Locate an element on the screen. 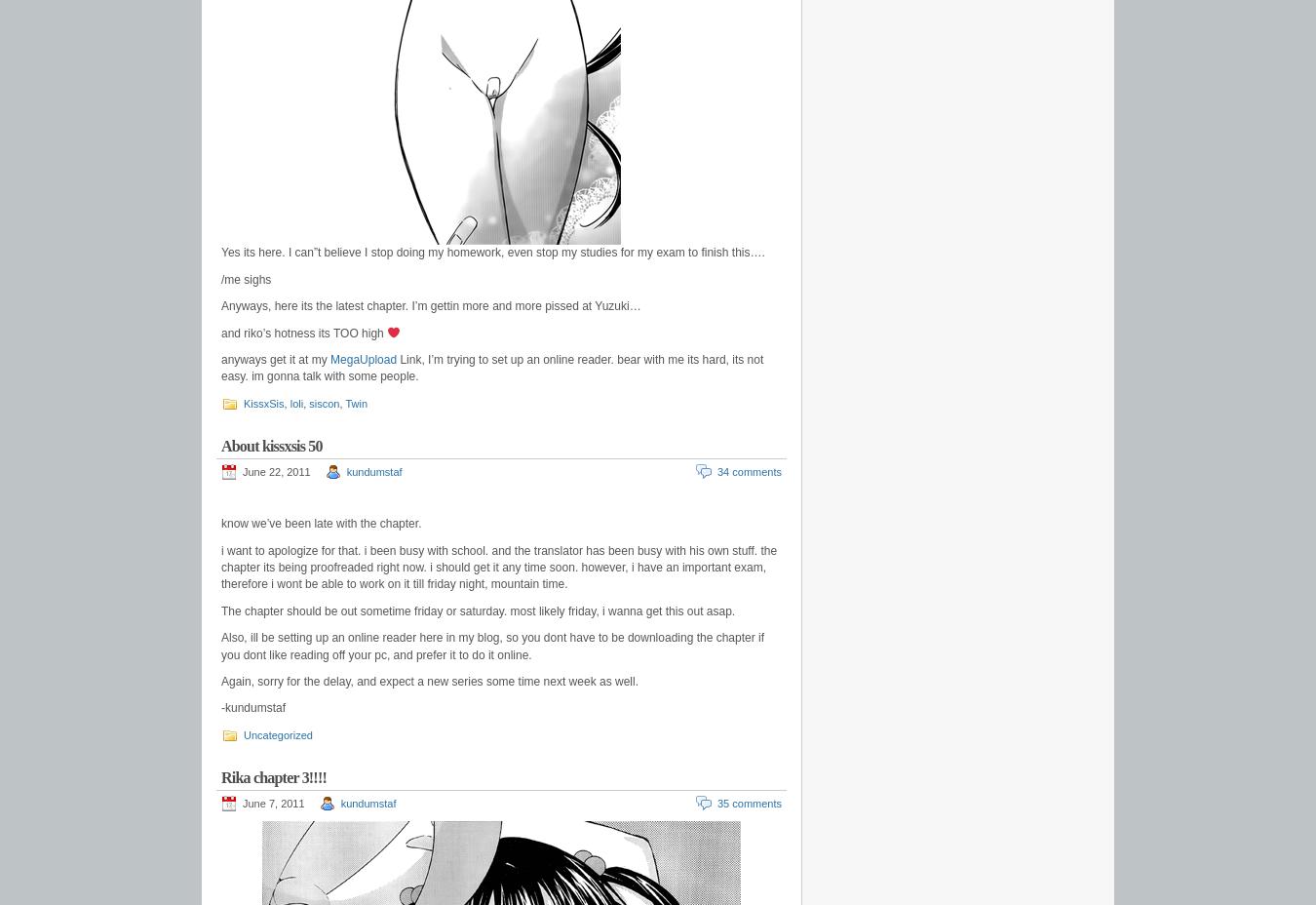 The image size is (1316, 905). 'know we’ve been late with the chapter.' is located at coordinates (320, 523).